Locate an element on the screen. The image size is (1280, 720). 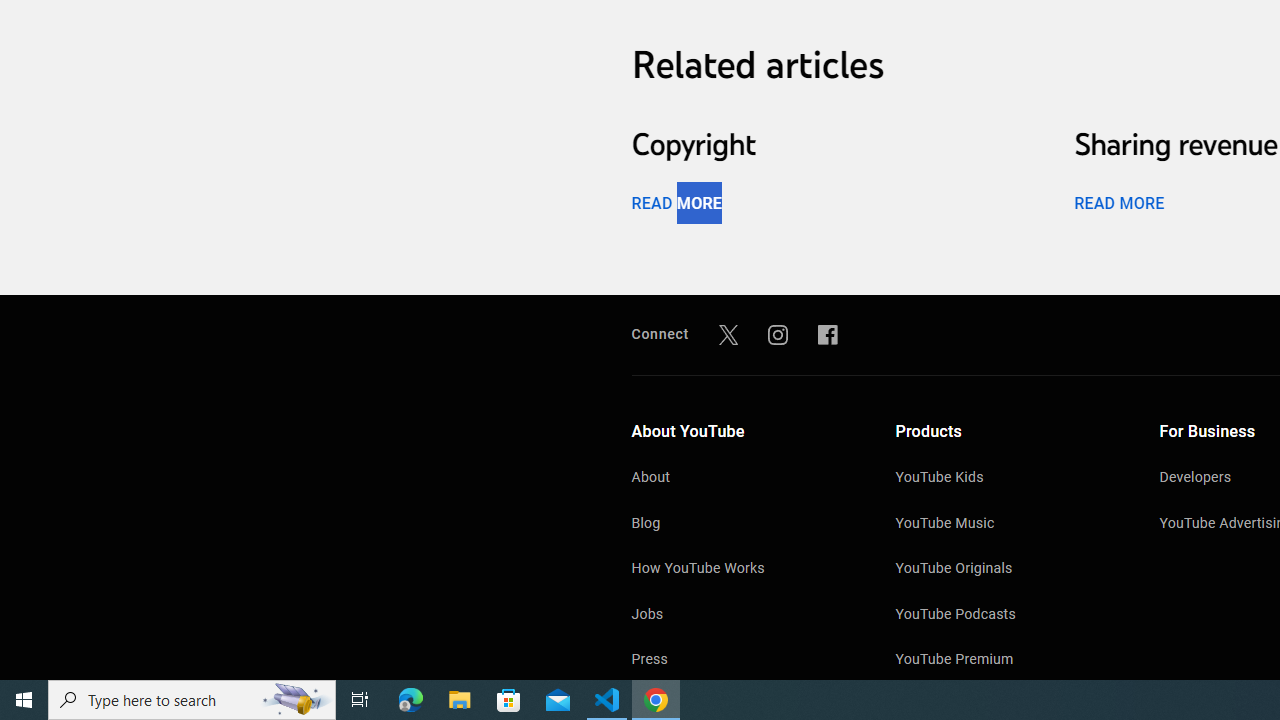
'READ MORE' is located at coordinates (1118, 203).